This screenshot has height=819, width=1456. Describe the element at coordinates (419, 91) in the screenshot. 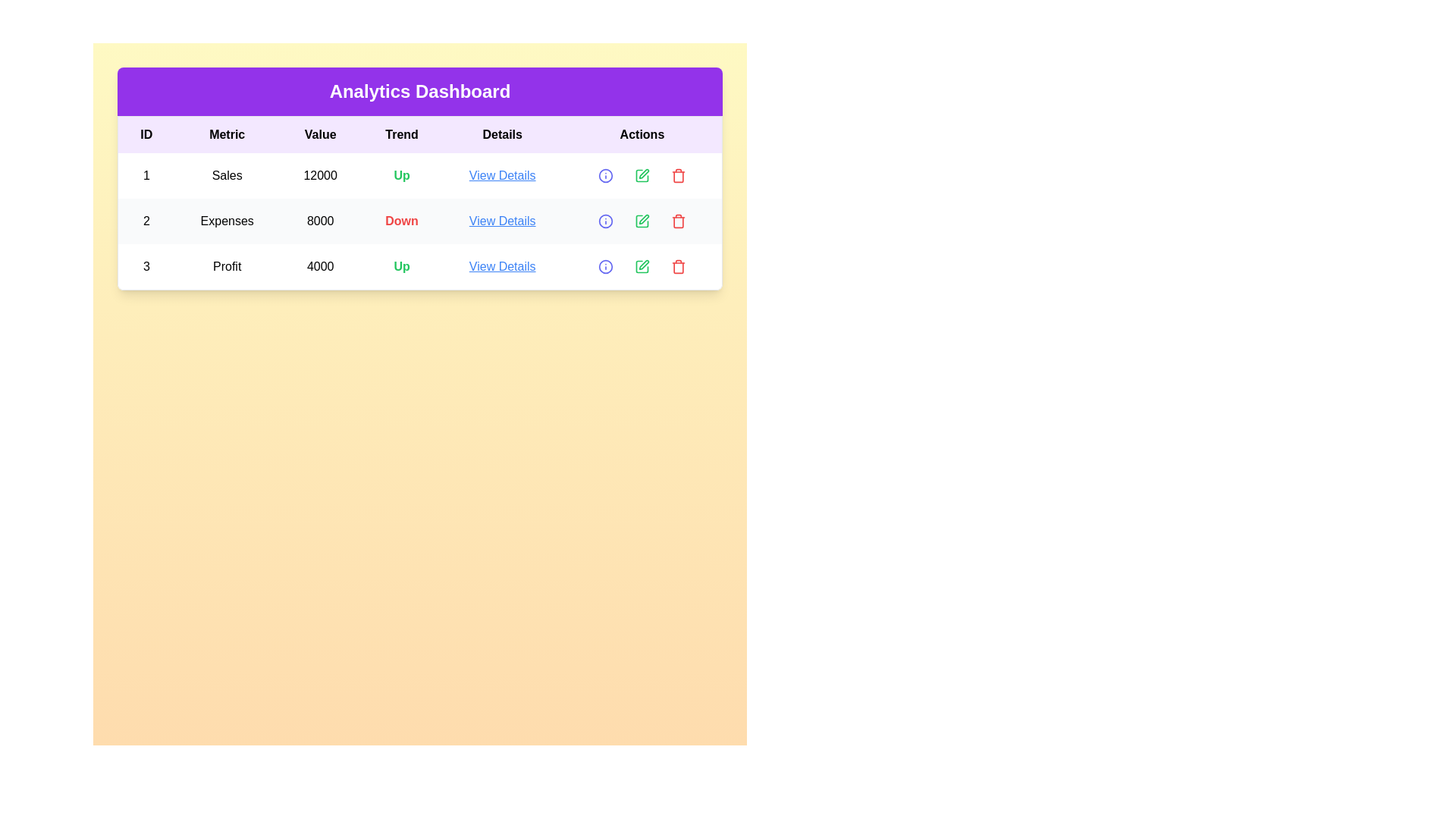

I see `the header element at the top of the dashboard that spans the entire width of the card` at that location.